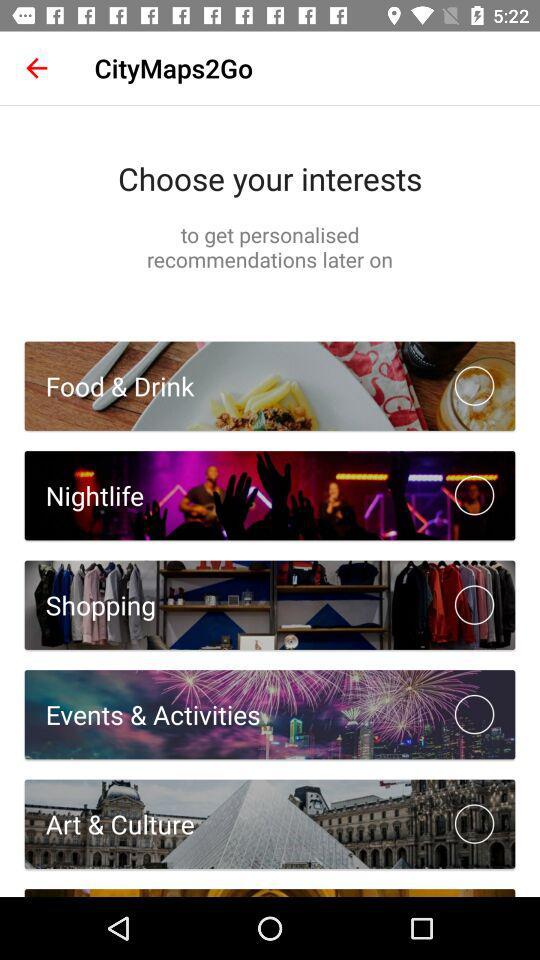 This screenshot has width=540, height=960. I want to click on icon above to get personalised item, so click(270, 177).